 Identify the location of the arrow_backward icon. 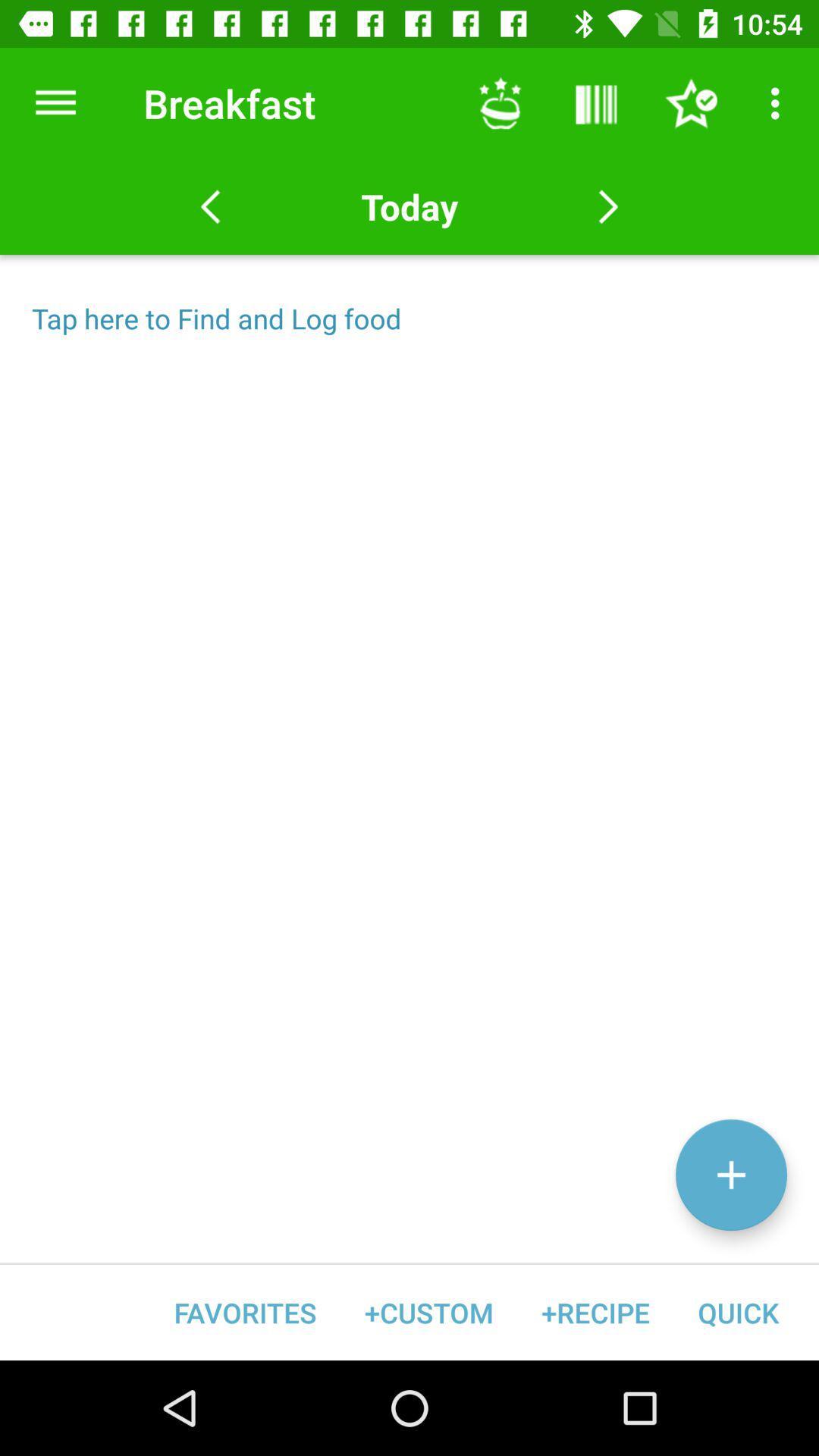
(210, 206).